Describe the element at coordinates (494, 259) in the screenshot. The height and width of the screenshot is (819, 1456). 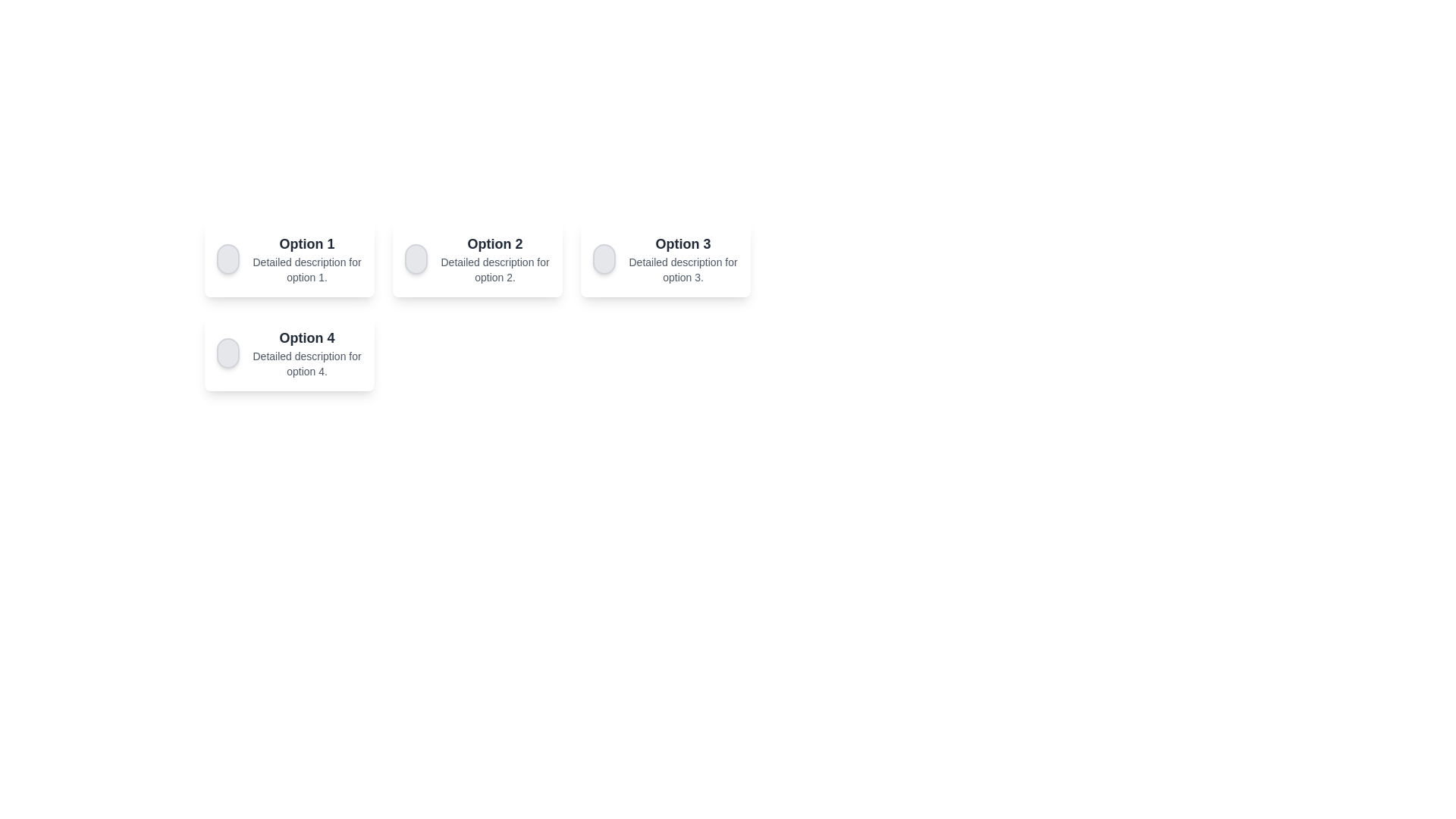
I see `the composite text display element that presents the title and description for the second option in the selection interface` at that location.